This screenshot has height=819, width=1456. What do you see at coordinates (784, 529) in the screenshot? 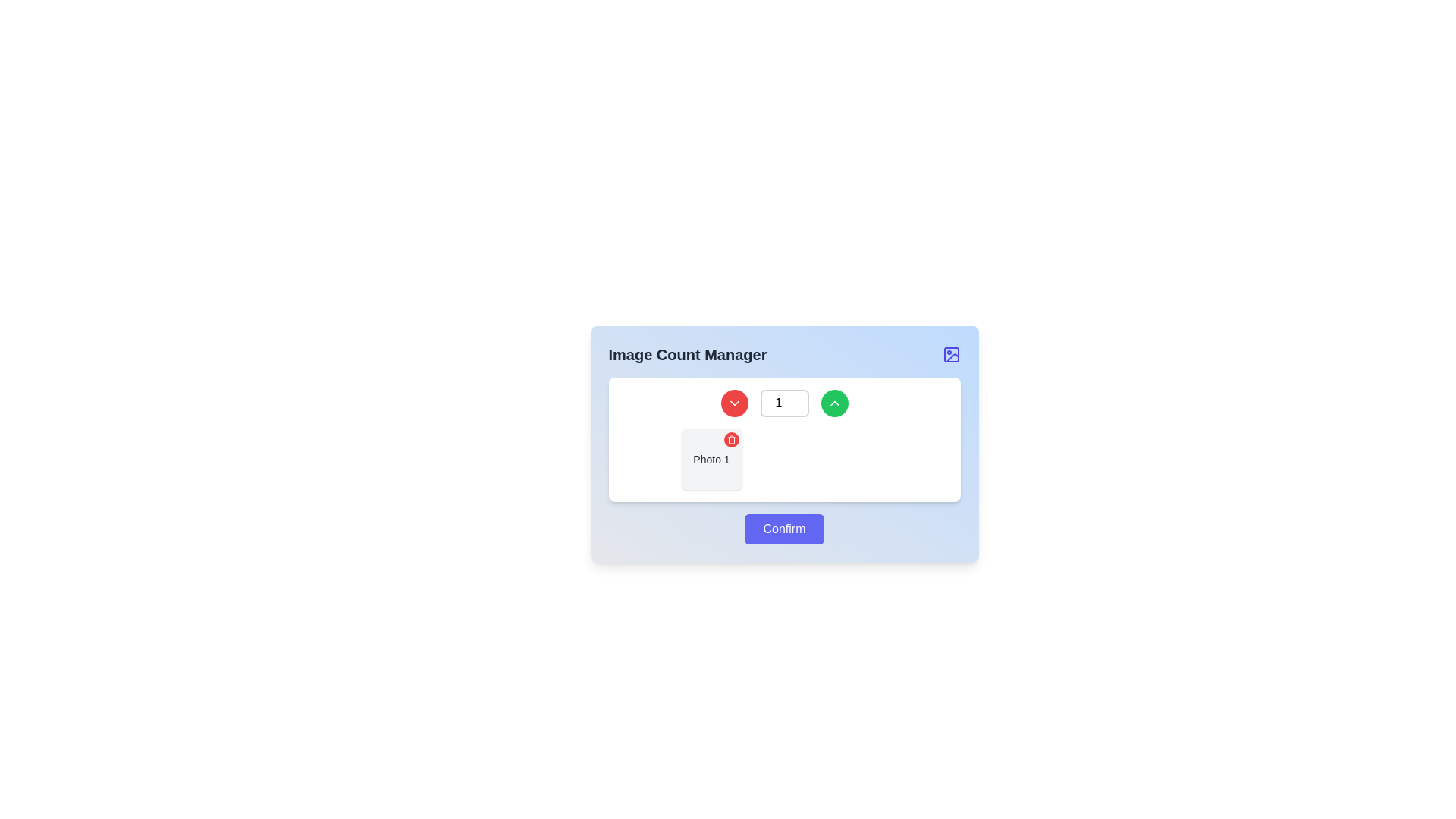
I see `the confirm button in the 'Image Count Manager' modal to confirm actions or choices` at bounding box center [784, 529].